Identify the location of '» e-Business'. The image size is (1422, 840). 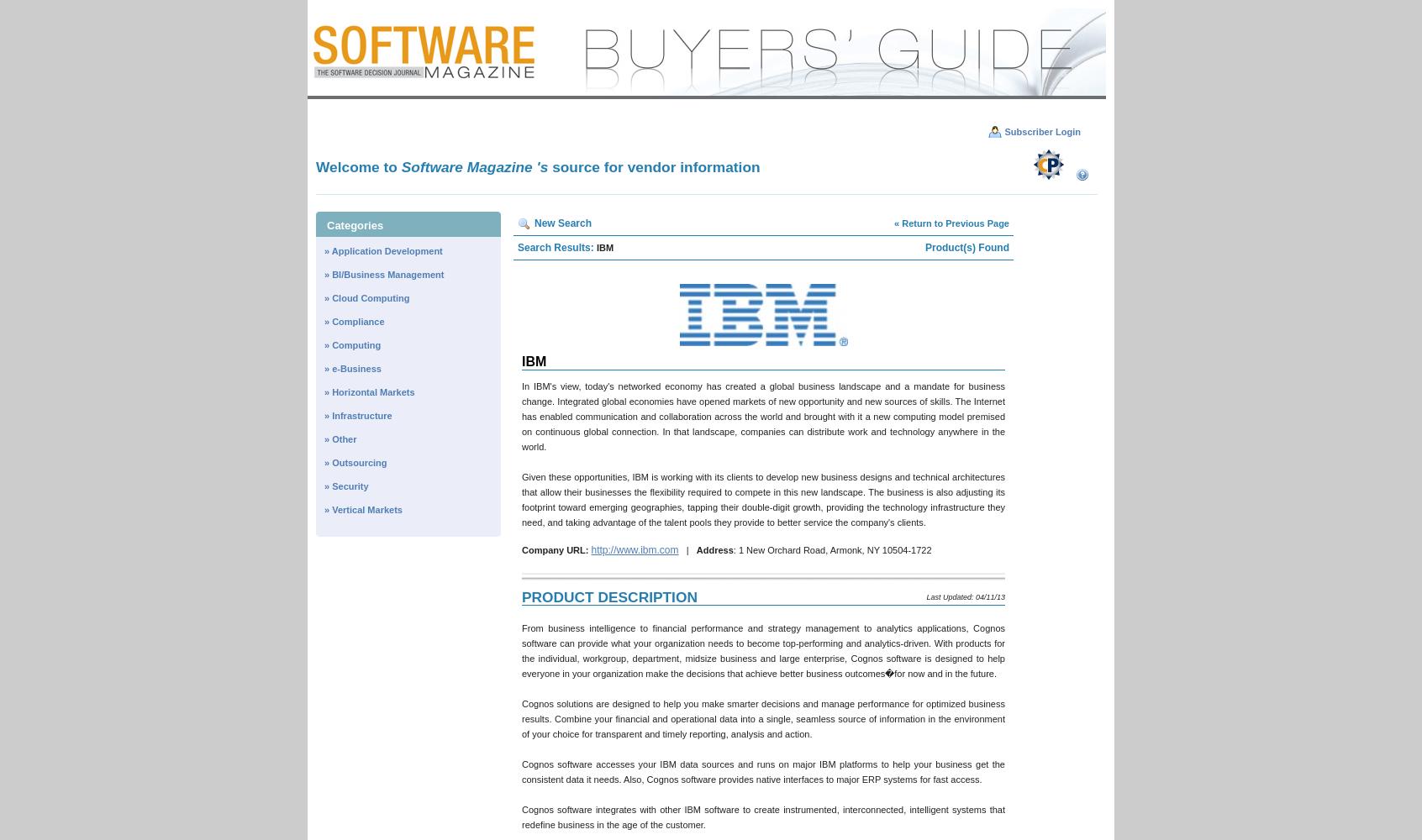
(352, 368).